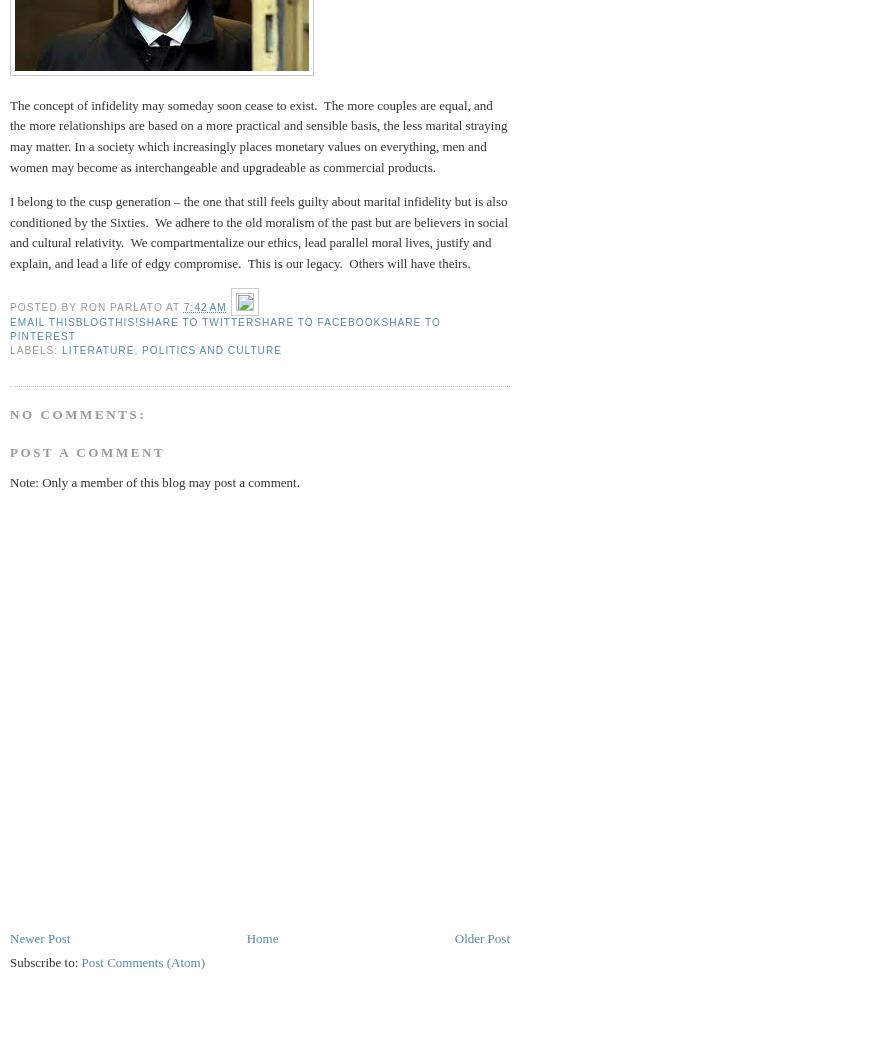 The height and width of the screenshot is (1042, 880). Describe the element at coordinates (258, 230) in the screenshot. I see `'I belong to the cusp generation – the one that still feels guilty about marital infidelity but is also conditioned by the Sixties.  We adhere to the old moralism of the past but are believers in social and cultural relativity.  We compartmentalize our ethics, lead parallel moral lives, justify and explain, and lead a life of edgy compromise.  This is our legacy.  Others will have theirs.'` at that location.